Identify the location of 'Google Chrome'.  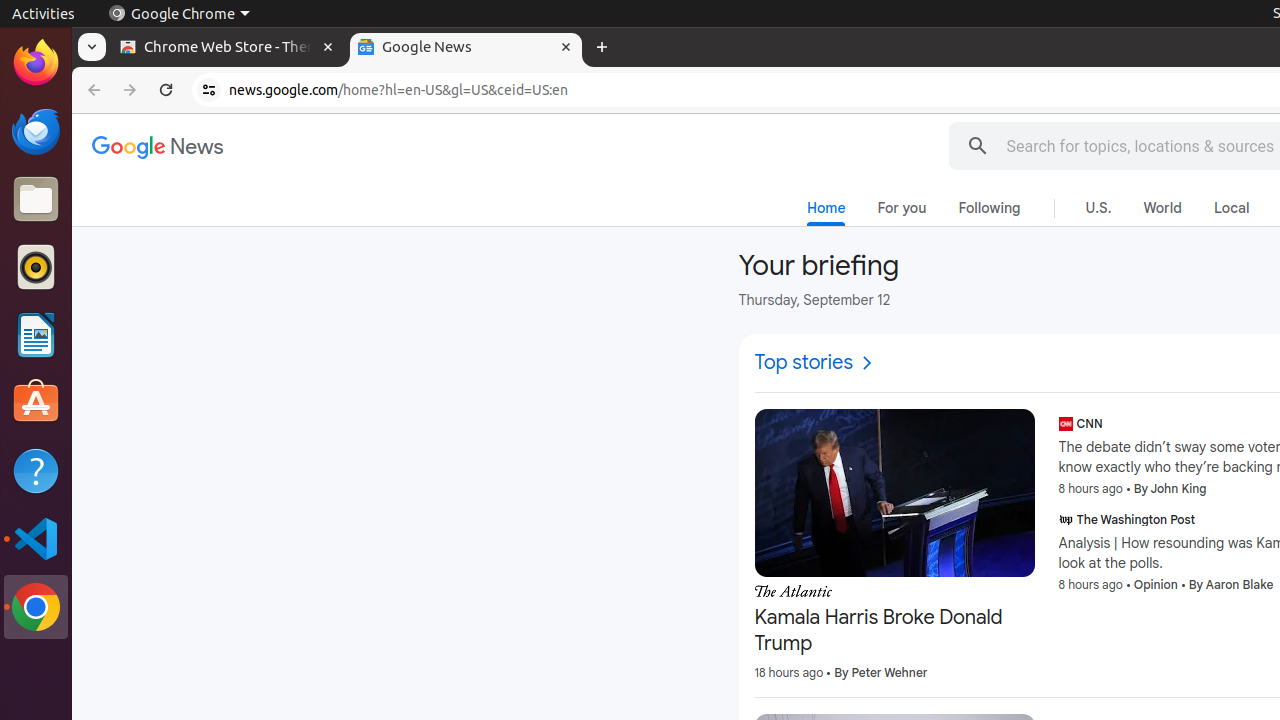
(178, 13).